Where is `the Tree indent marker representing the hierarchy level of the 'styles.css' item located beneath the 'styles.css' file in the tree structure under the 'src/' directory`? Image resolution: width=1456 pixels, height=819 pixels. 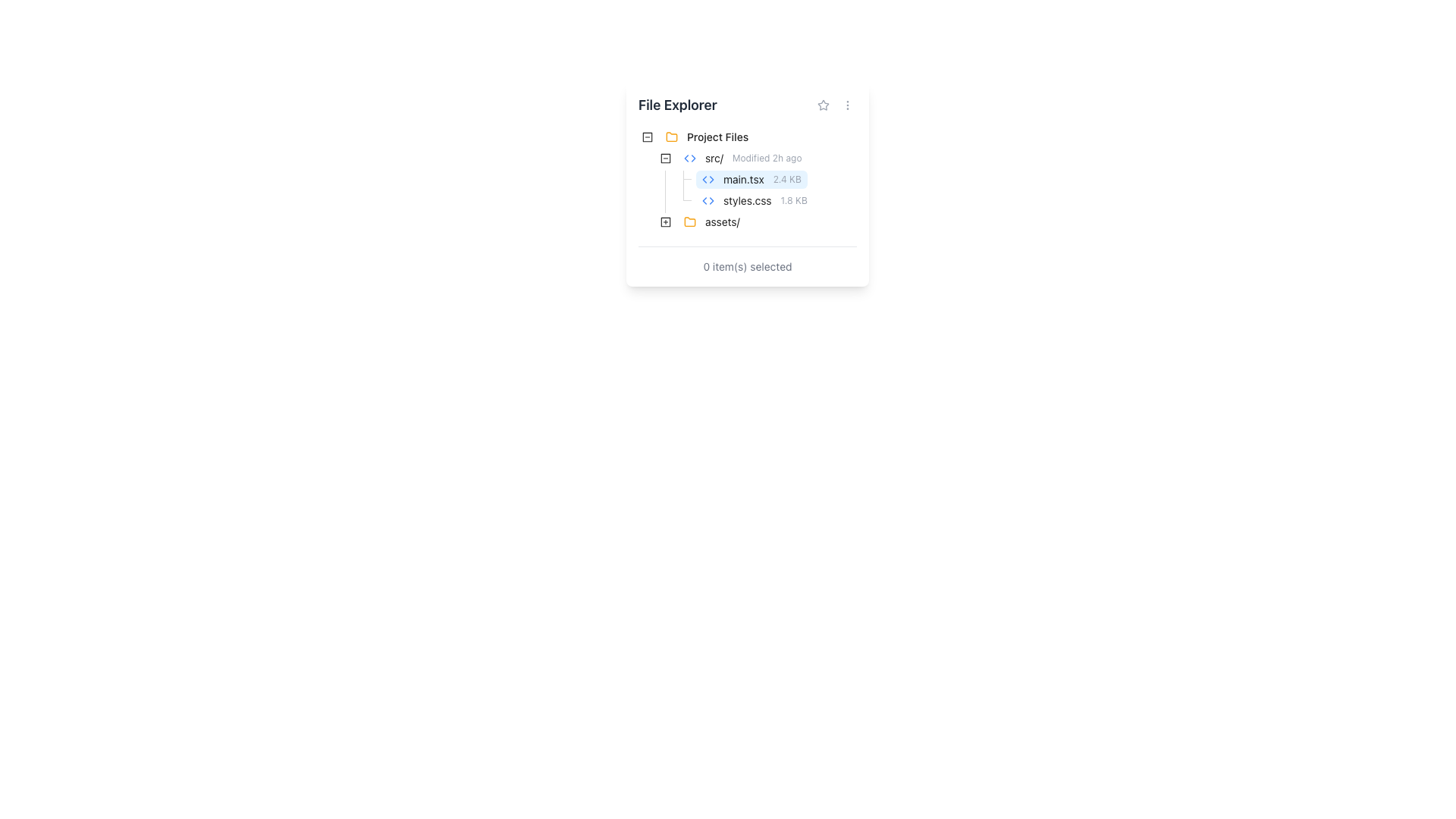
the Tree indent marker representing the hierarchy level of the 'styles.css' item located beneath the 'styles.css' file in the tree structure under the 'src/' directory is located at coordinates (656, 200).